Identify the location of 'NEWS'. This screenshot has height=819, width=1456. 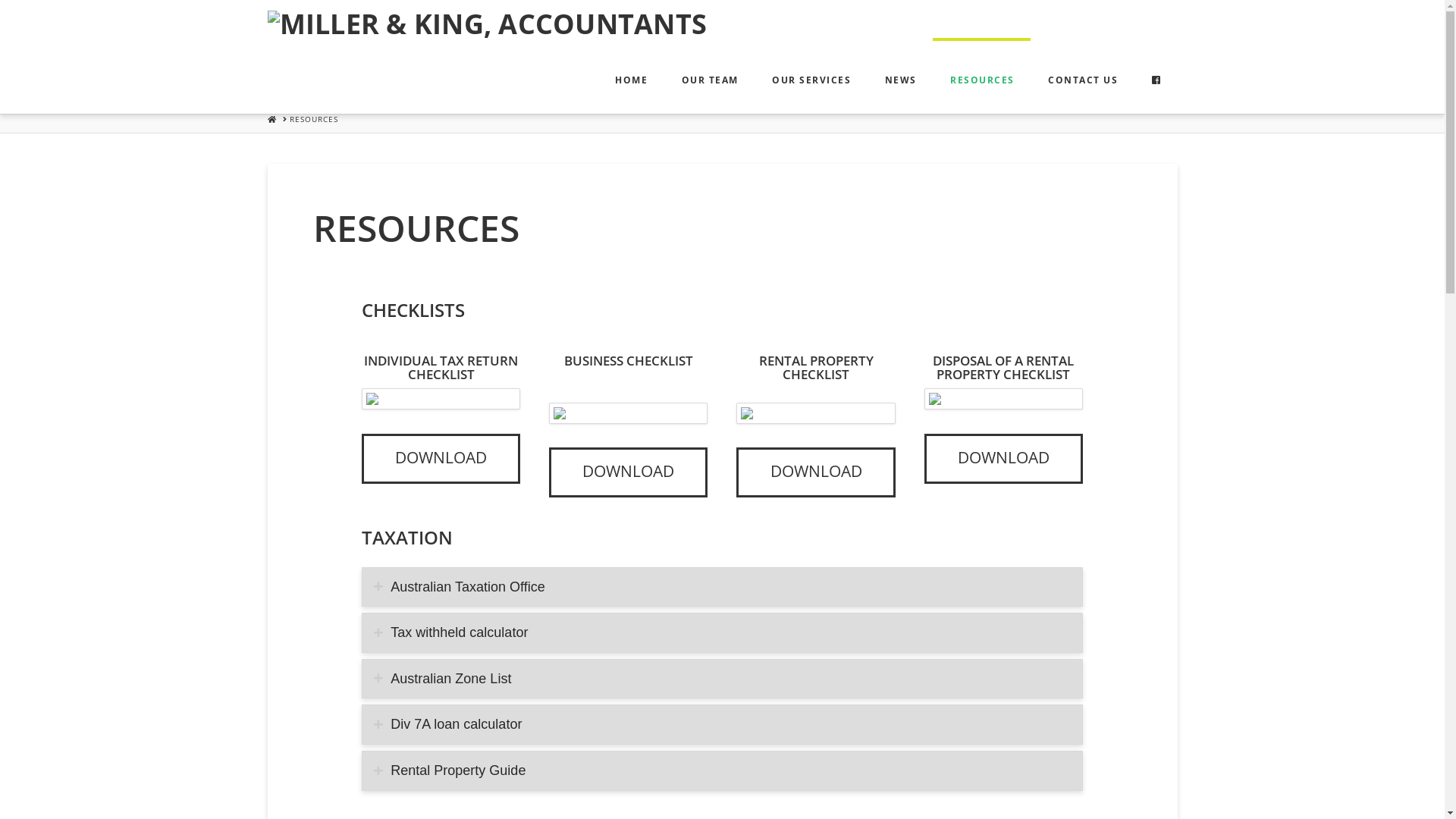
(867, 76).